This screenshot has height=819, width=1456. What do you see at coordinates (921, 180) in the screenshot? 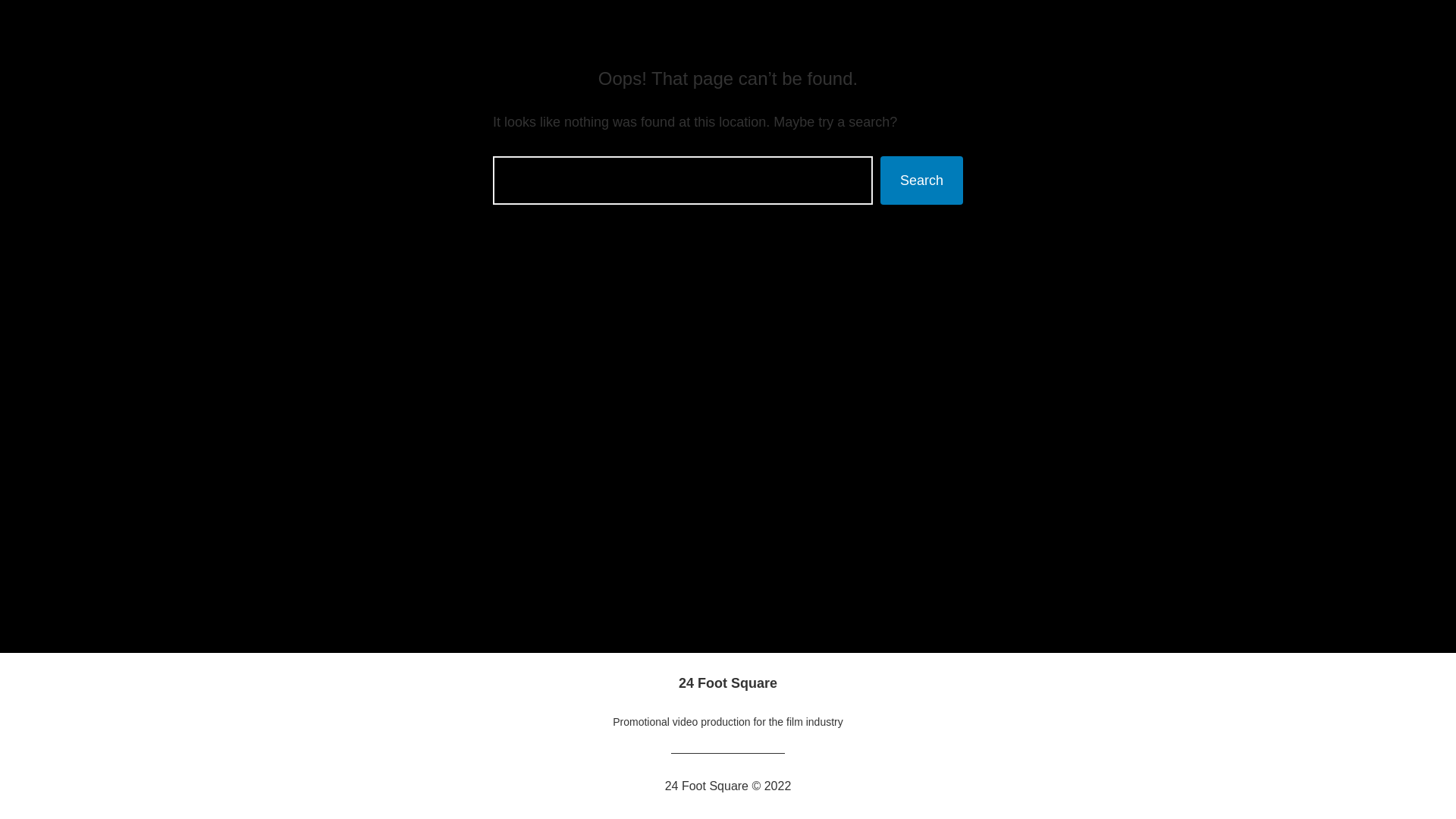
I see `'Search'` at bounding box center [921, 180].